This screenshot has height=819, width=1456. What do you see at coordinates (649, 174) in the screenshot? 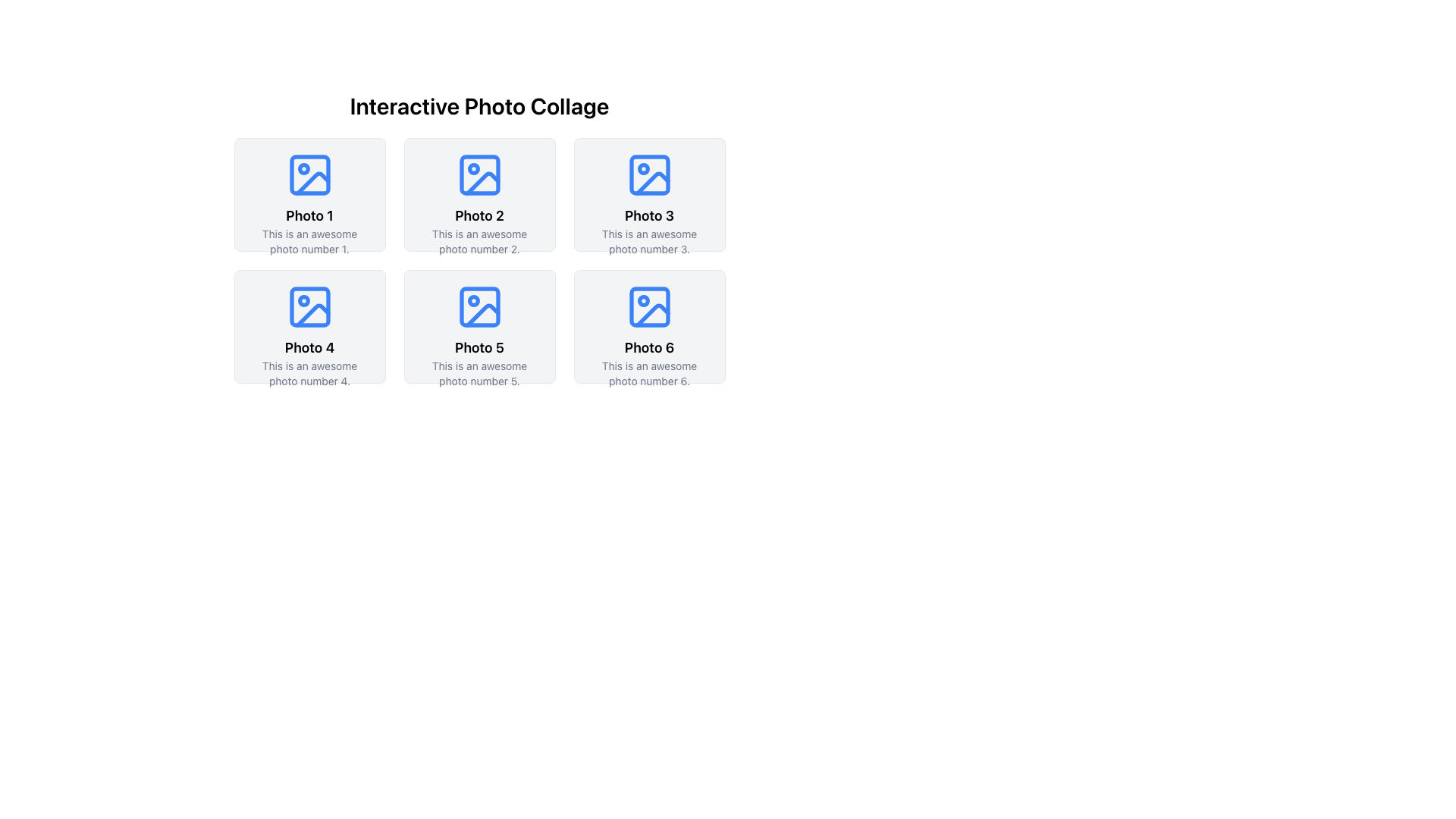
I see `the SVG icon representing an image thumbnail for 'Photo 3' in the top-right cell of the photo collage grid` at bounding box center [649, 174].